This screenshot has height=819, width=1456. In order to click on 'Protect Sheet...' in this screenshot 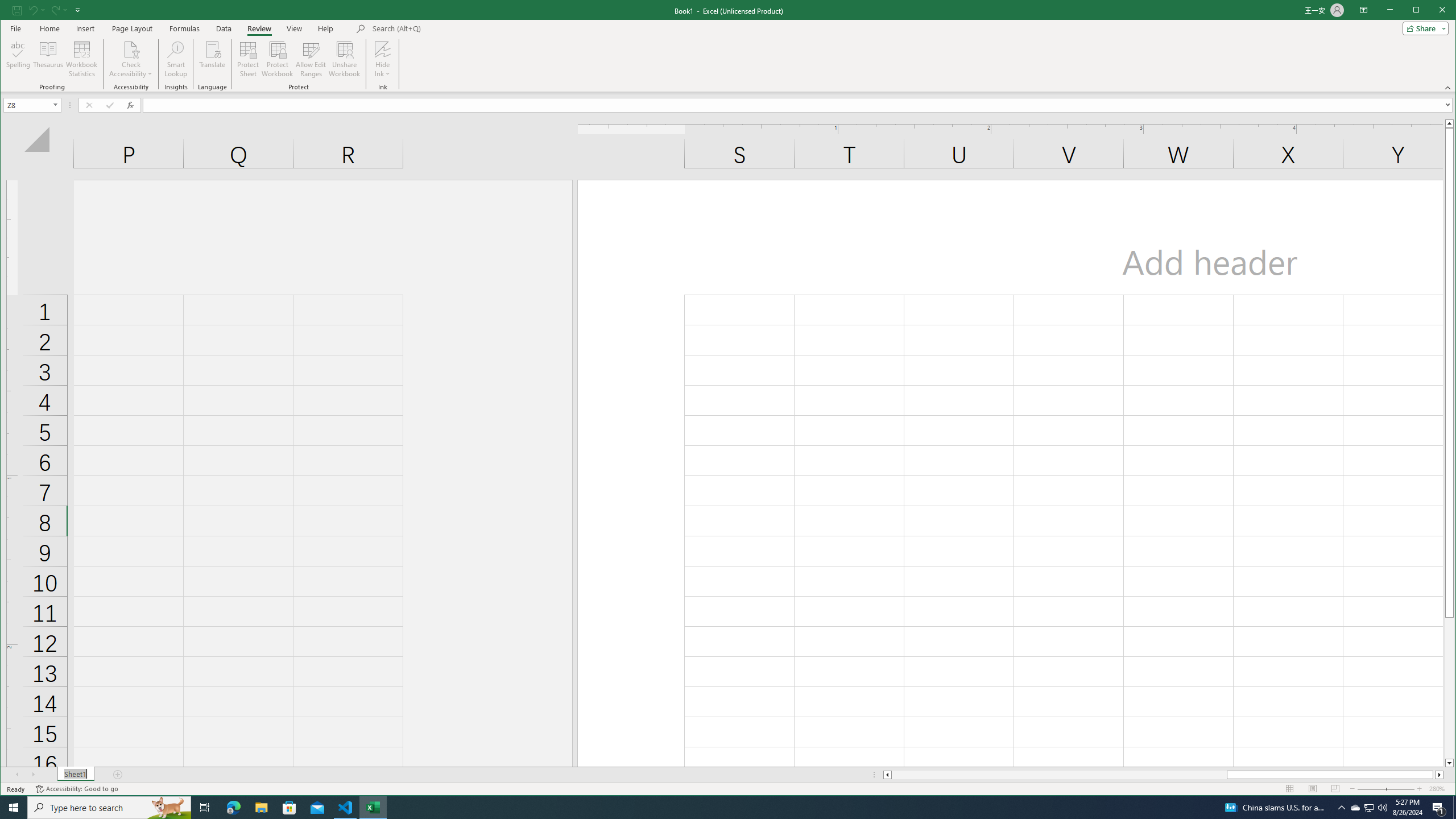, I will do `click(248, 59)`.